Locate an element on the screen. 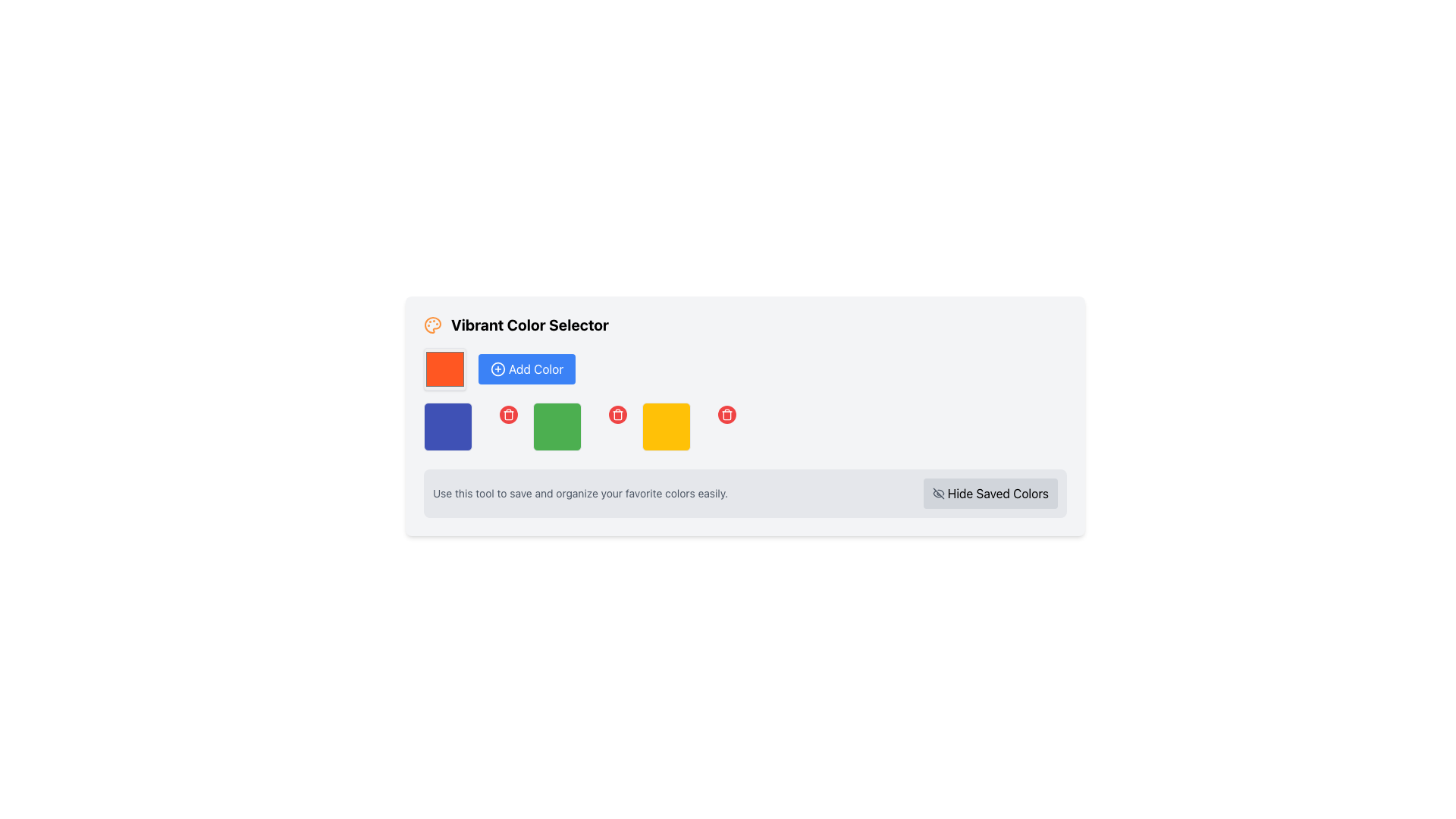 The image size is (1456, 819). the third color box in the color selection tool is located at coordinates (581, 427).